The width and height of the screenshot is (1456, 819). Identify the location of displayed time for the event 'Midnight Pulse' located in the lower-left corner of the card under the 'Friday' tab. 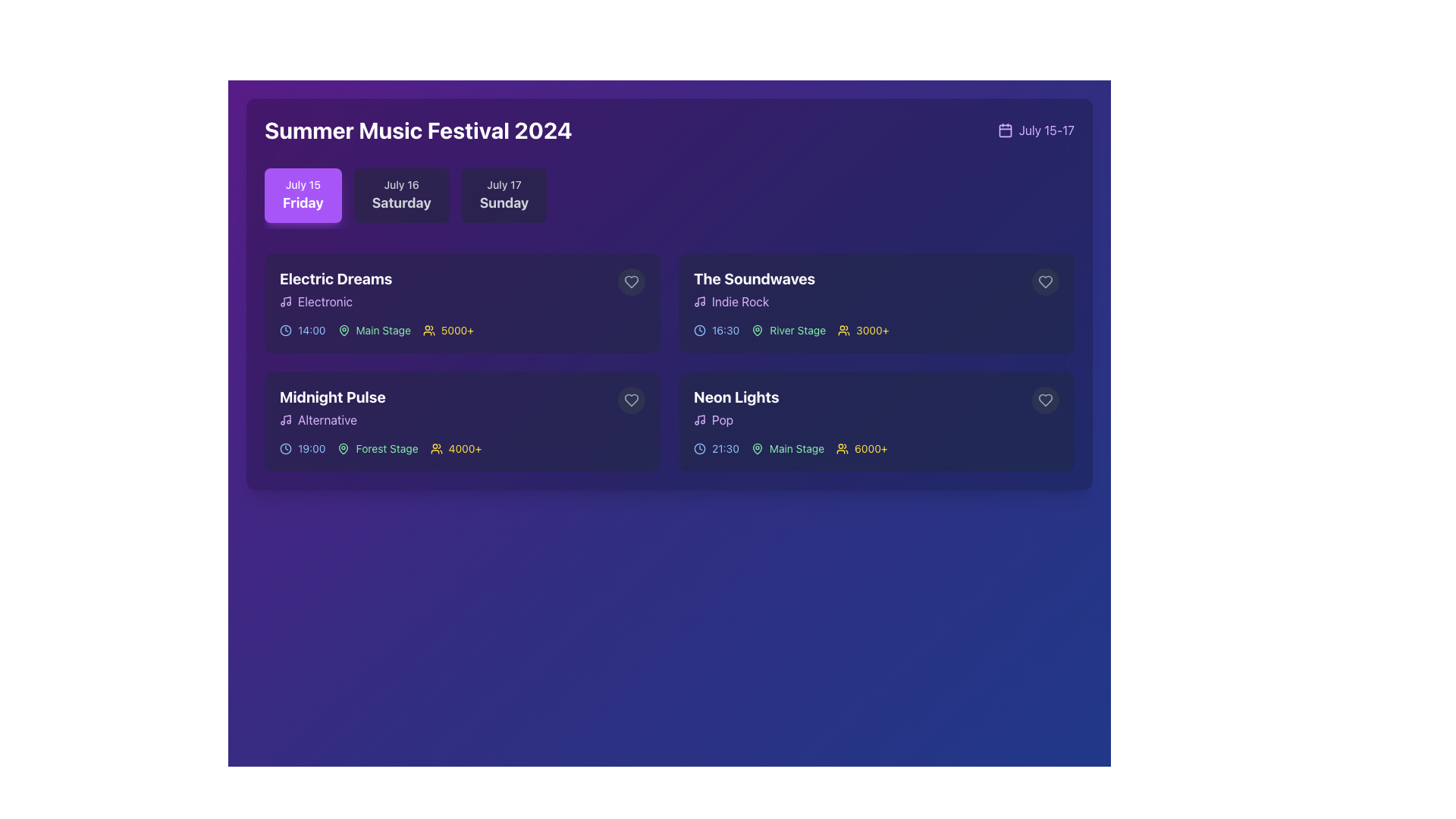
(311, 447).